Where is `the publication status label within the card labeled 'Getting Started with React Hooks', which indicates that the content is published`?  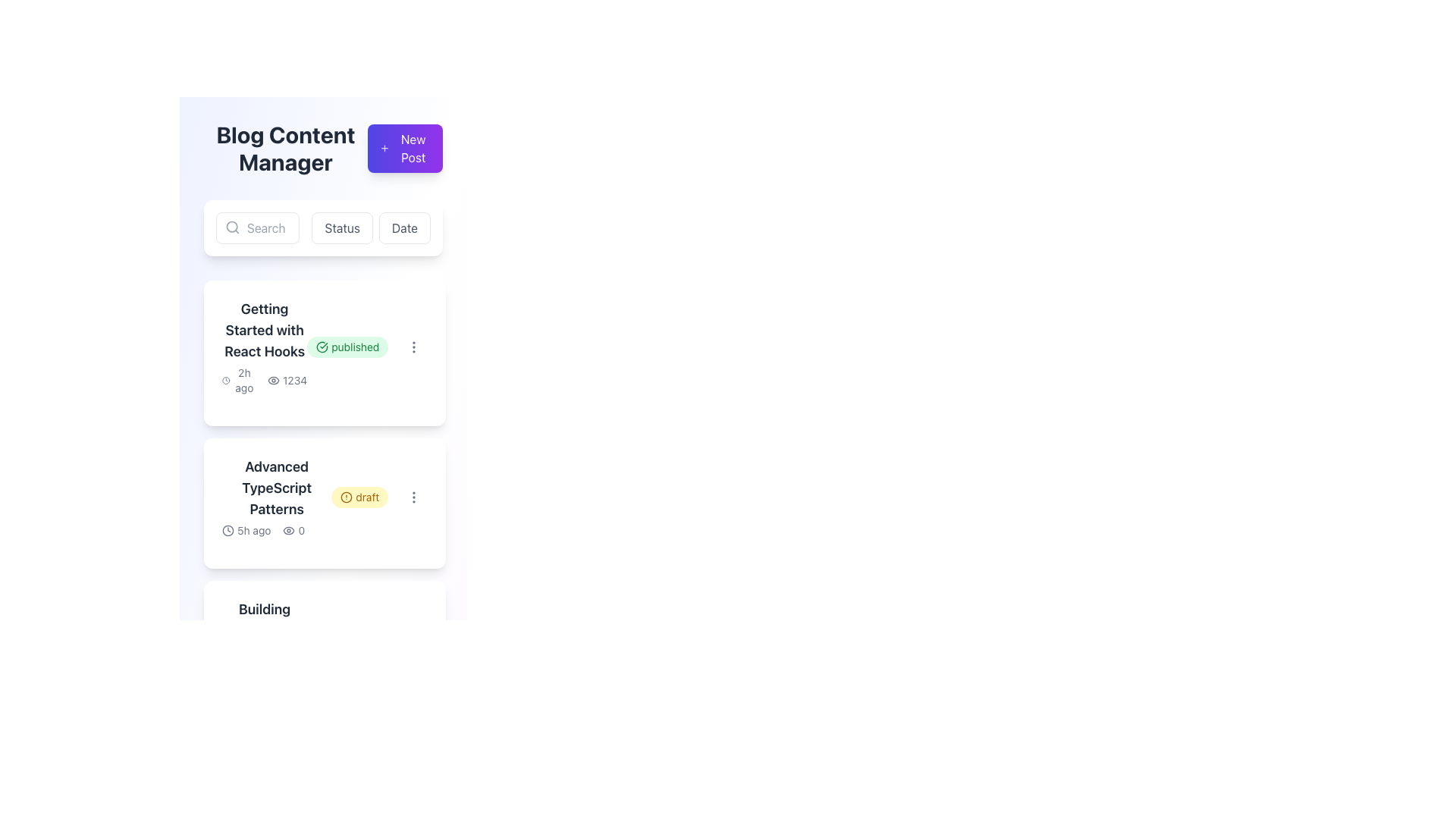 the publication status label within the card labeled 'Getting Started with React Hooks', which indicates that the content is published is located at coordinates (367, 347).